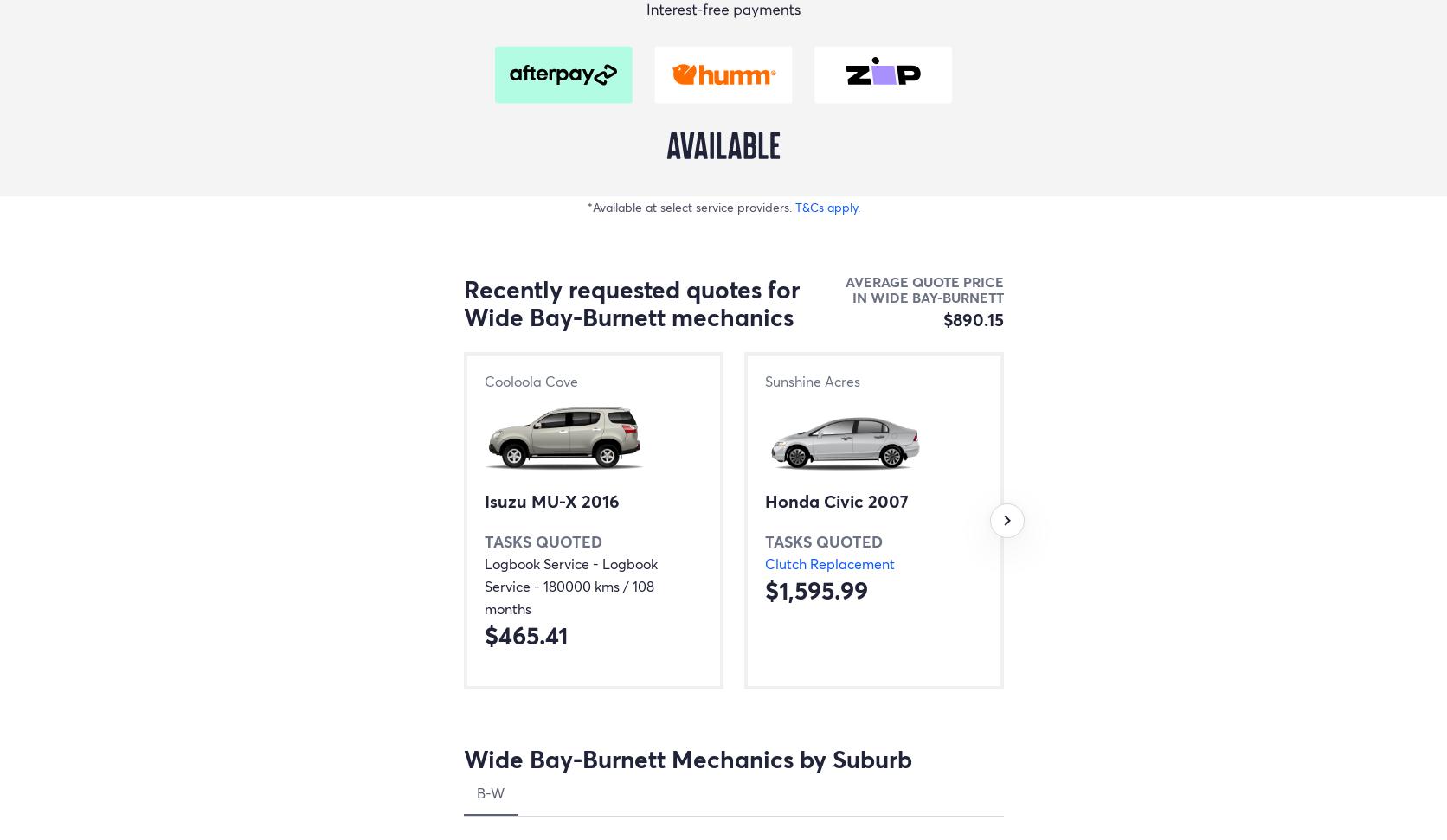 This screenshot has width=1447, height=840. Describe the element at coordinates (1369, 633) in the screenshot. I see `'$484.23'` at that location.